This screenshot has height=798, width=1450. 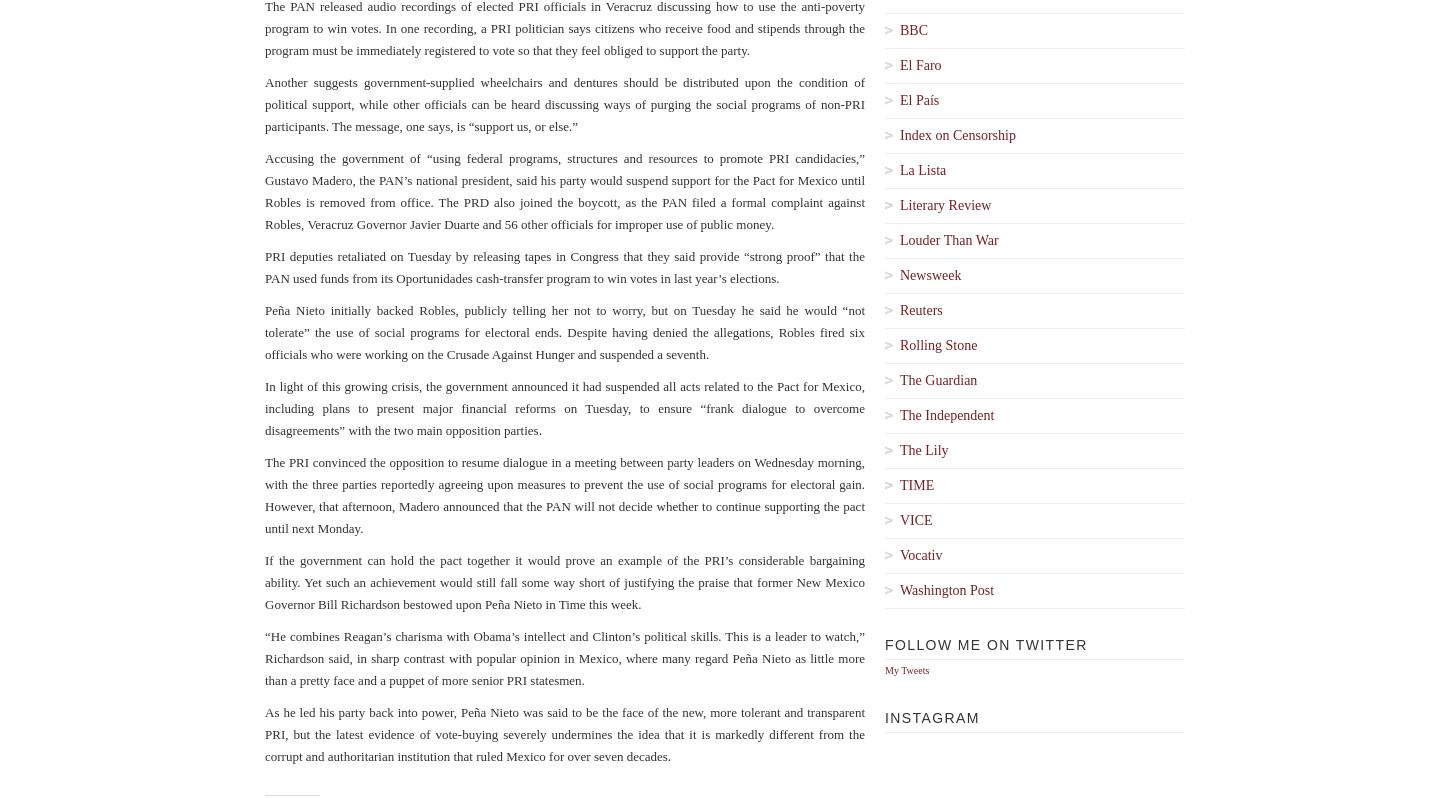 I want to click on 'Peña Nieto initially backed Robles, publicly telling her not to worry, but on Tuesday he said he would “not tolerate” the use of social programs for electoral ends. Despite having denied the allegations, Robles fired six officials who were working on the Crusade Against Hunger and suspended a seventh.', so click(x=565, y=332).